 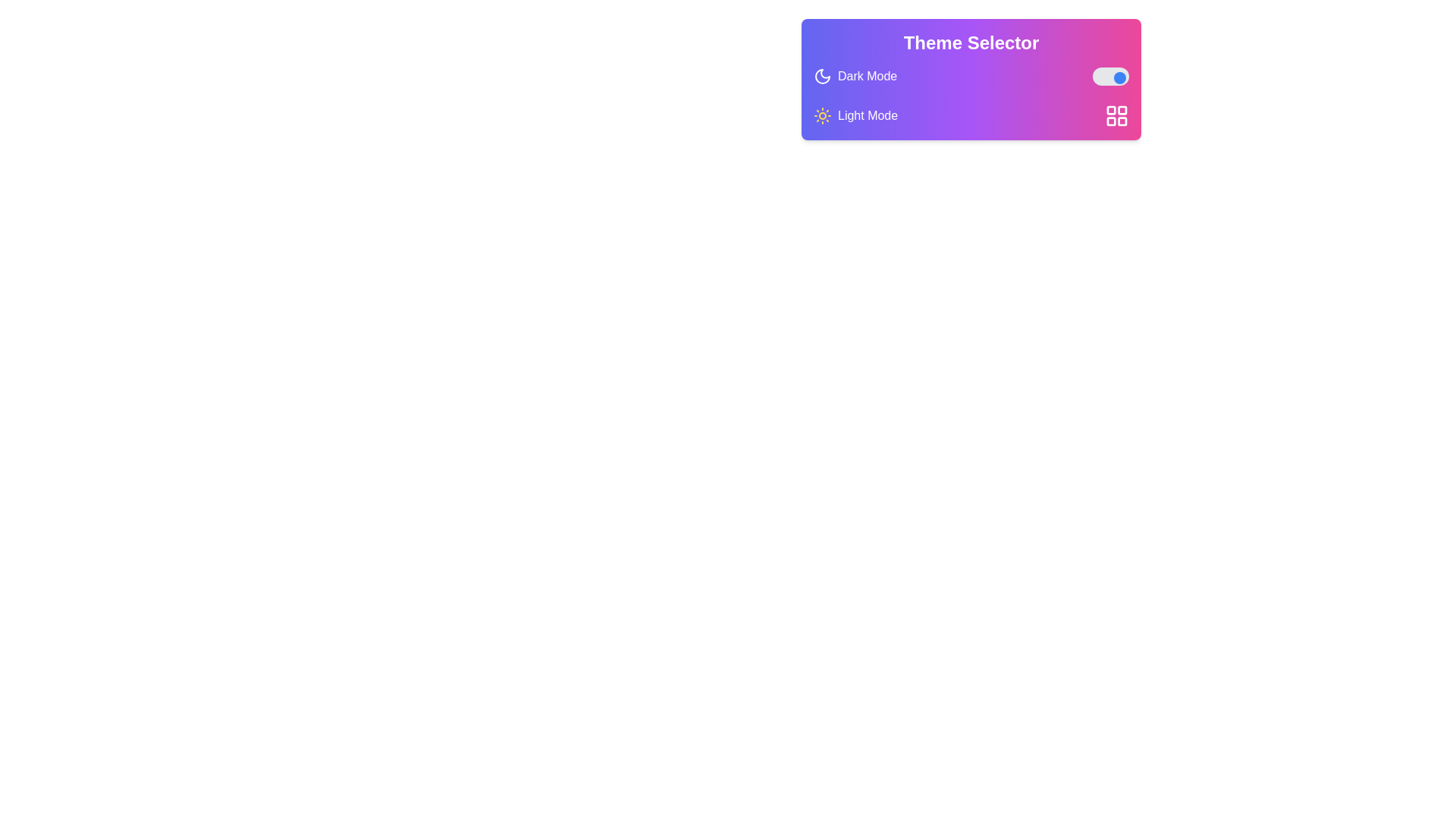 I want to click on the text label for the light mode toggle option in the theme selector interface, so click(x=868, y=115).